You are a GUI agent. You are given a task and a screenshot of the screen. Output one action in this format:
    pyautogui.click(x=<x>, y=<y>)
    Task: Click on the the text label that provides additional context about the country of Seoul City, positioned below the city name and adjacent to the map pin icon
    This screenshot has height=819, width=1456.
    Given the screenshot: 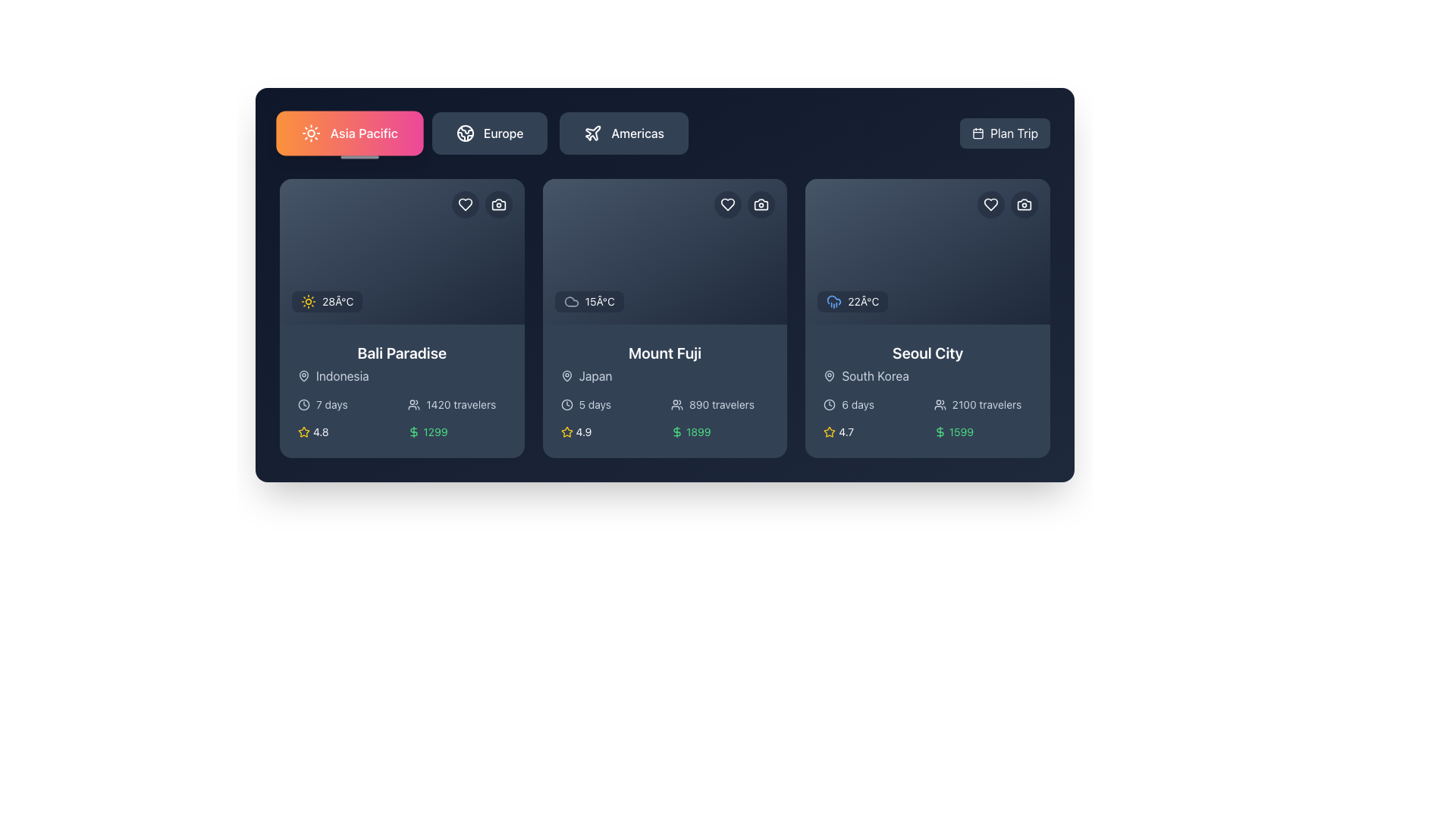 What is the action you would take?
    pyautogui.click(x=875, y=375)
    